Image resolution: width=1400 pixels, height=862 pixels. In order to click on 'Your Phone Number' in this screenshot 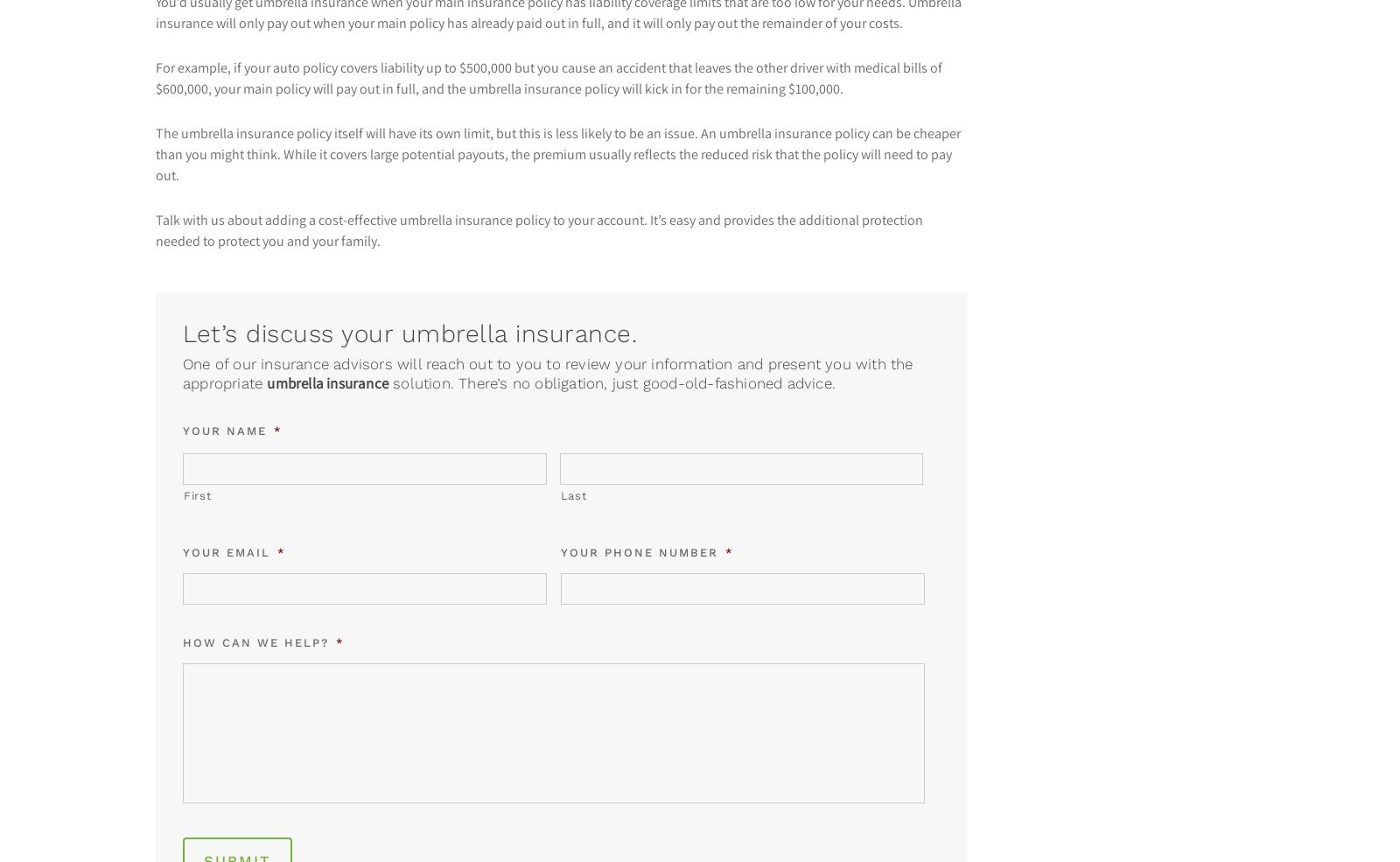, I will do `click(640, 551)`.